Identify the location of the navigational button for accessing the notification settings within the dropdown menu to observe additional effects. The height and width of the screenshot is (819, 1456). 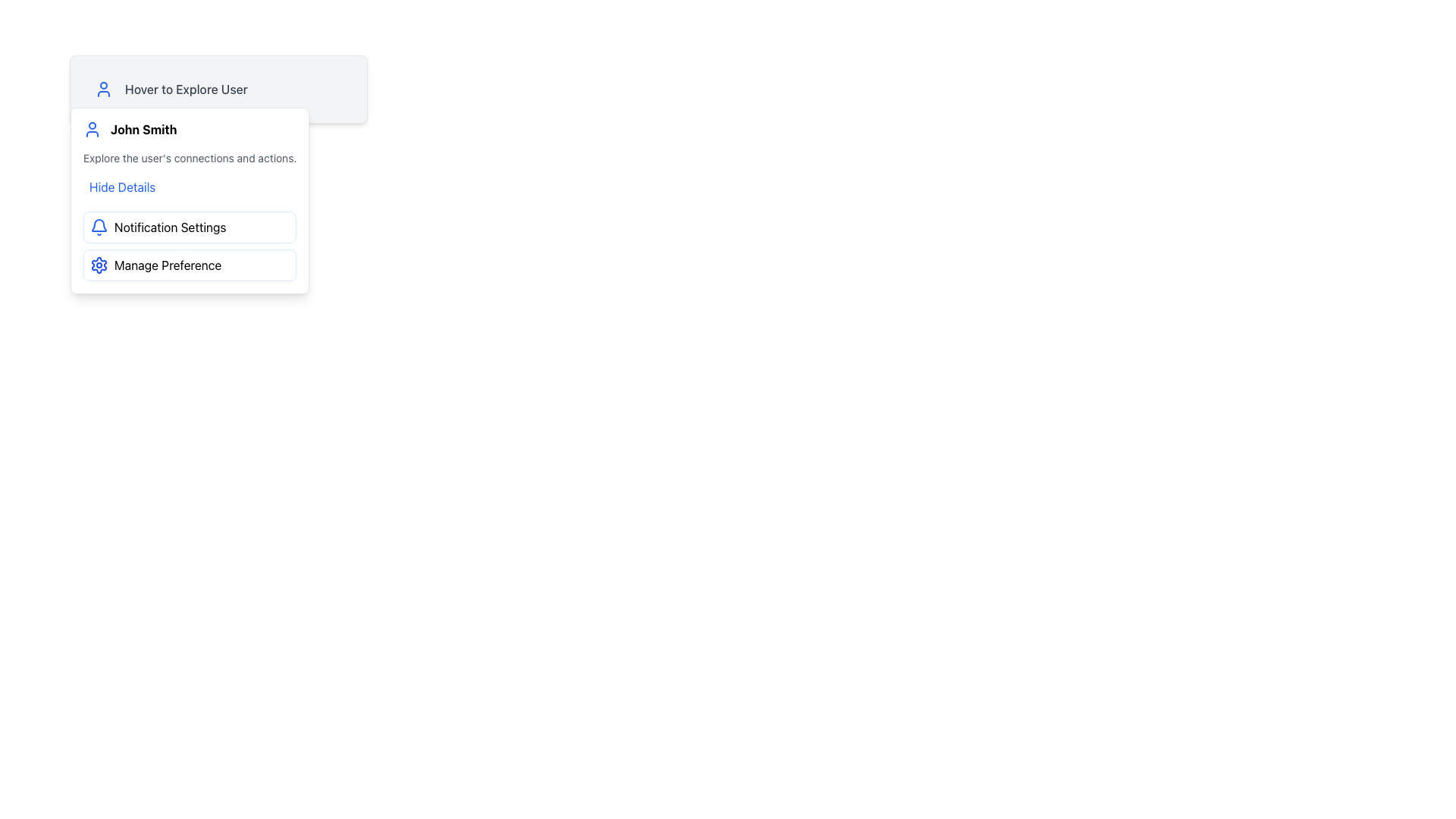
(189, 227).